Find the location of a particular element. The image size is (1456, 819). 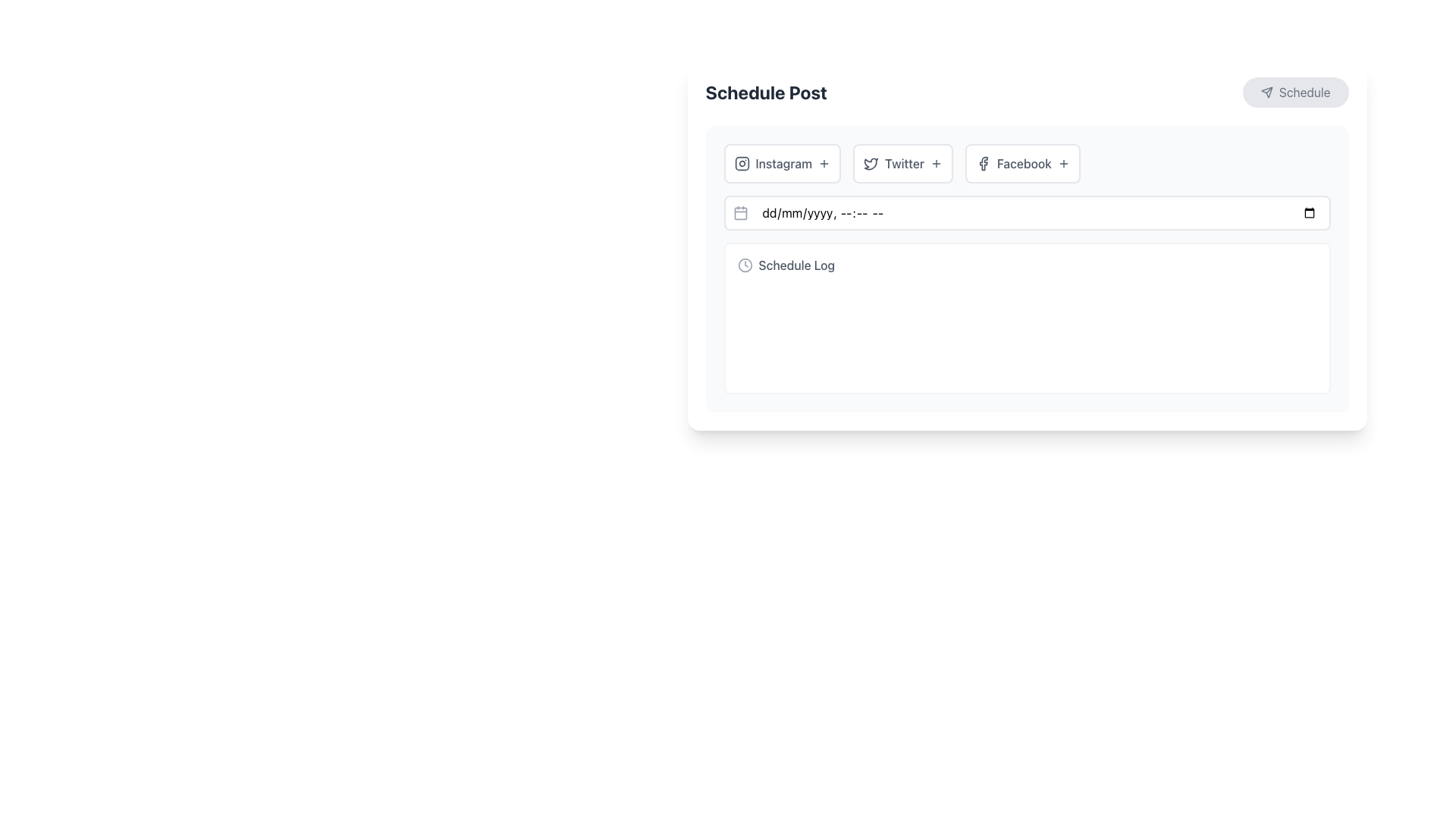

the Facebook icon that indicates adding another aspect in the scheduling process is located at coordinates (1062, 164).